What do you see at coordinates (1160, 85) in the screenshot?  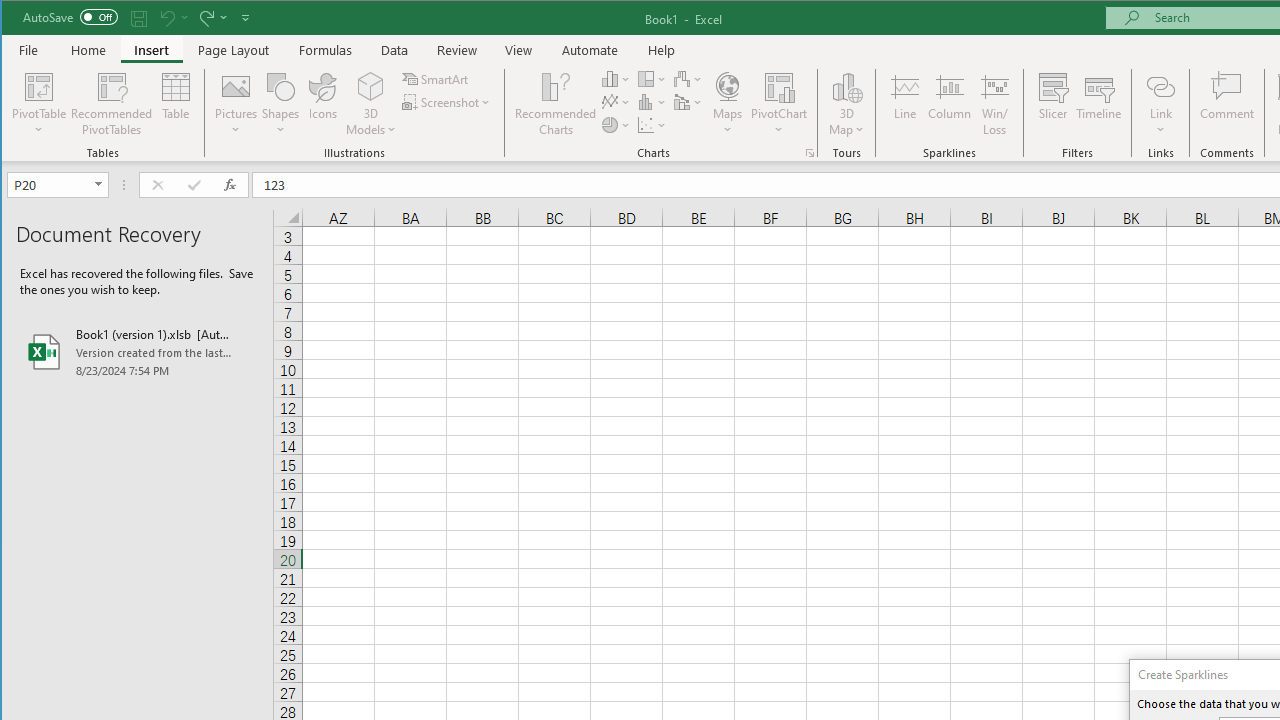 I see `'Link'` at bounding box center [1160, 85].